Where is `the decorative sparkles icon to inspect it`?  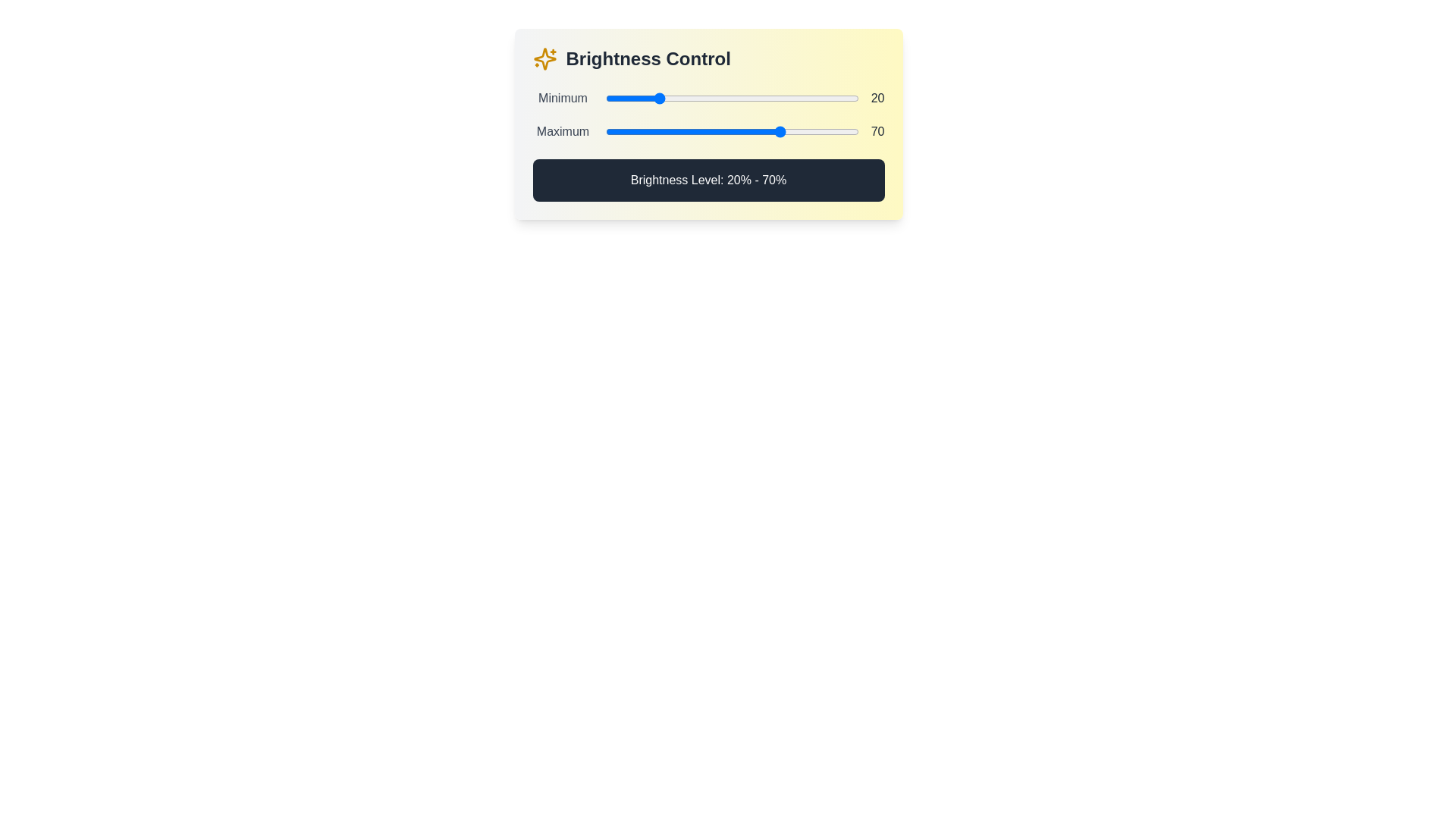 the decorative sparkles icon to inspect it is located at coordinates (544, 58).